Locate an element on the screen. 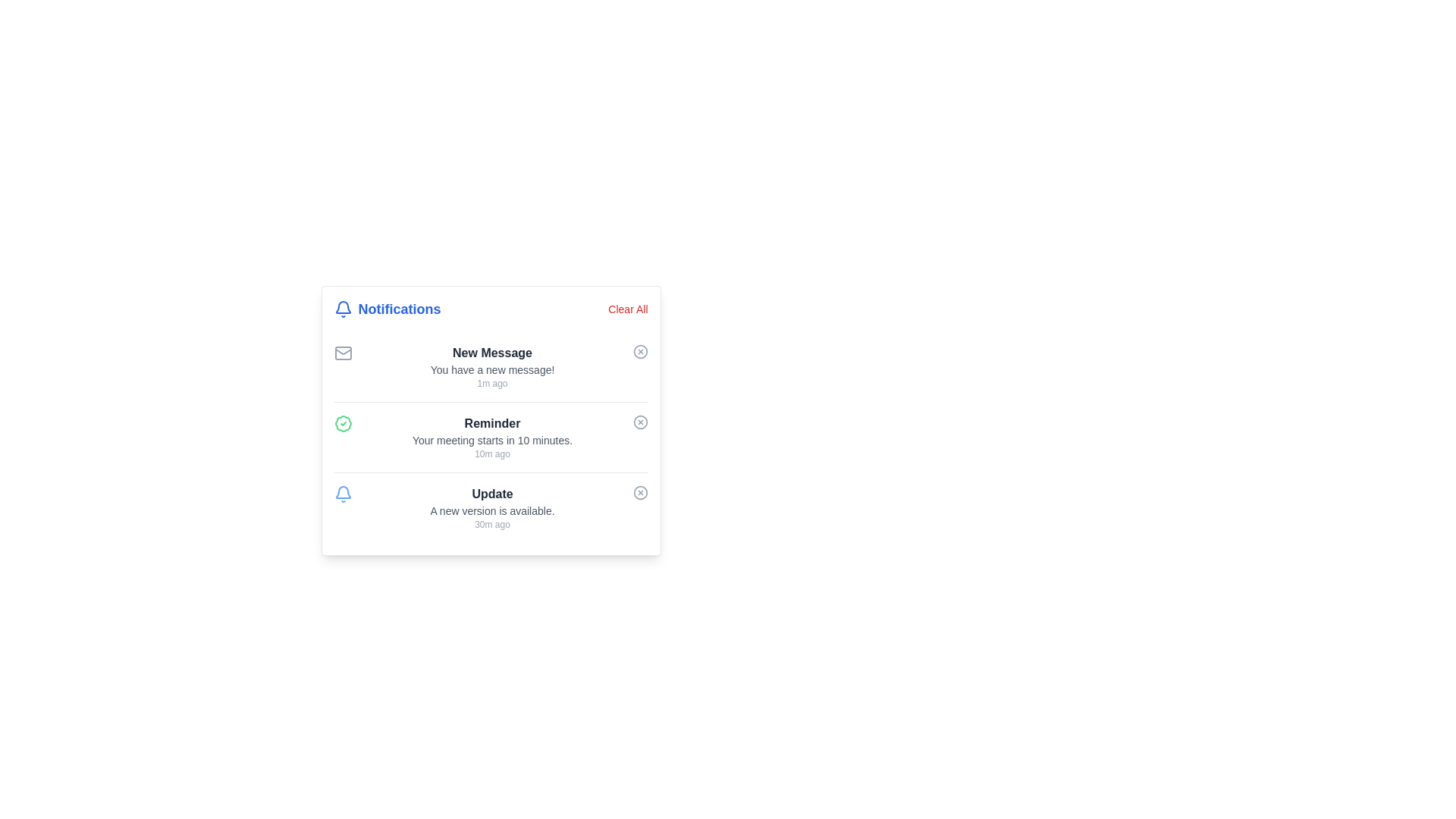 The image size is (1456, 819). the static text element that displays the elapsed time in the 'Reminder' notification card, which is located below the main message 'Your meeting starts in 10 minutes.' is located at coordinates (492, 453).